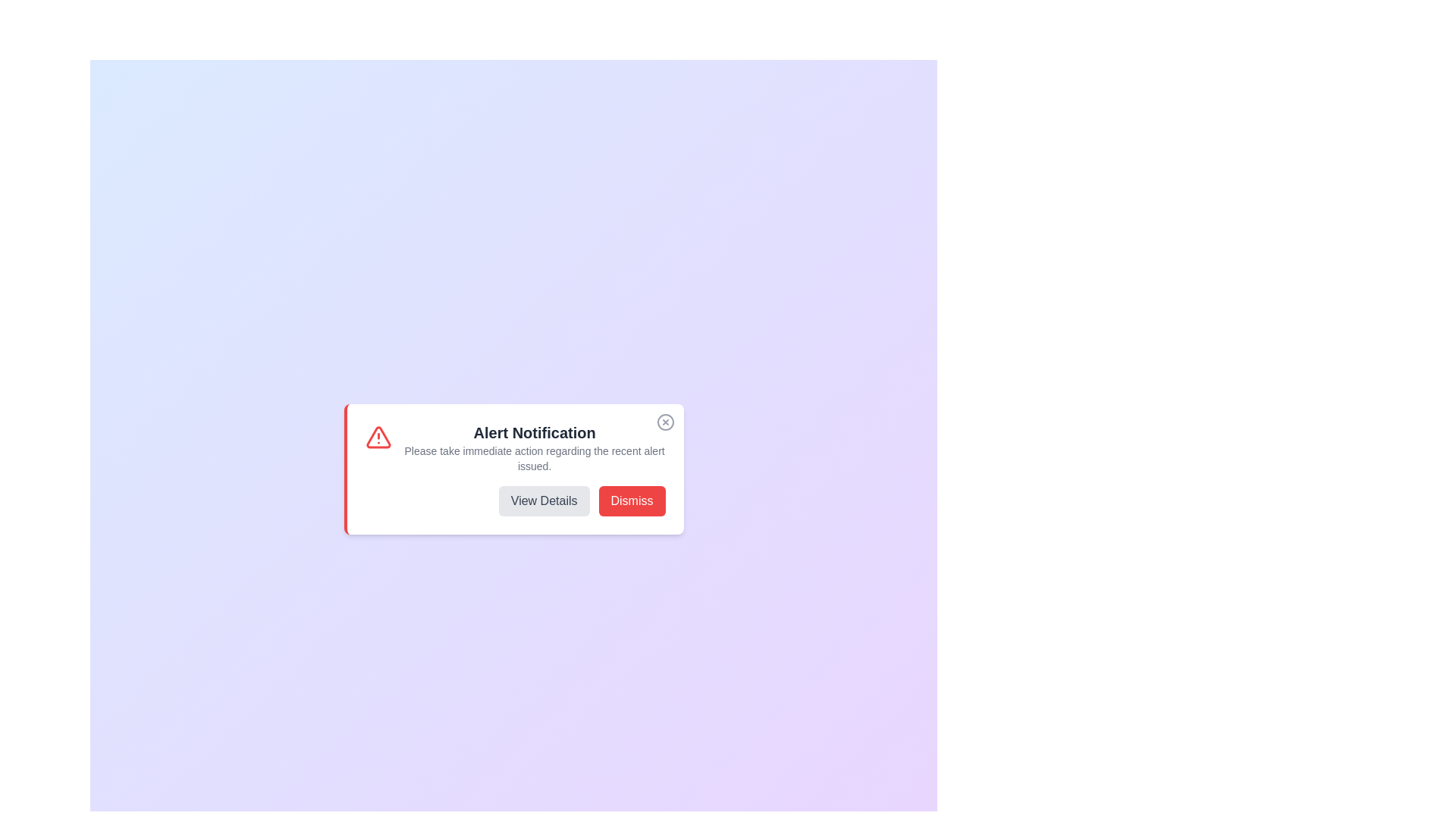  What do you see at coordinates (378, 438) in the screenshot?
I see `the alert icon to inspect its details` at bounding box center [378, 438].